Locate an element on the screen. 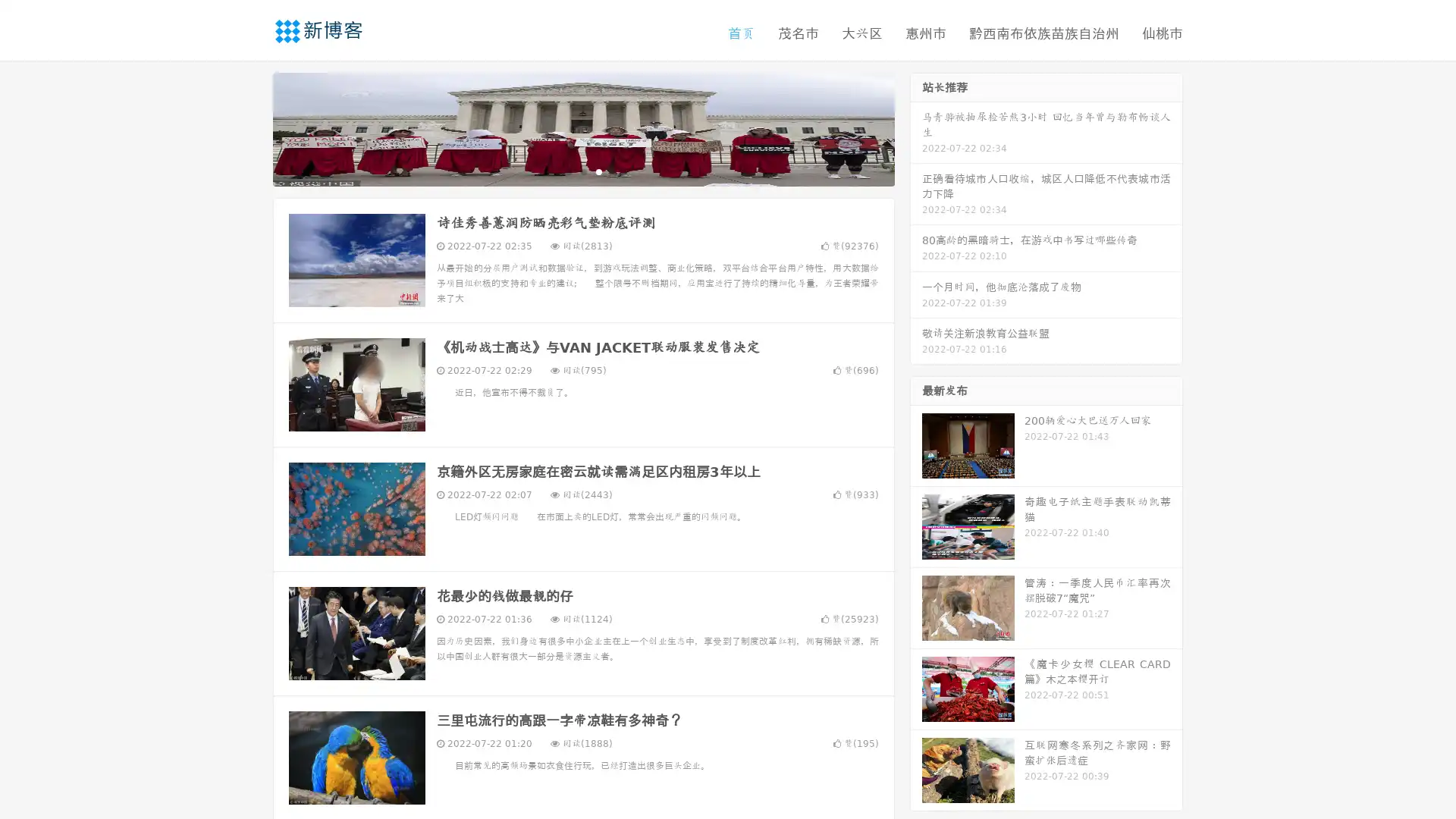  Go to slide 1 is located at coordinates (567, 171).